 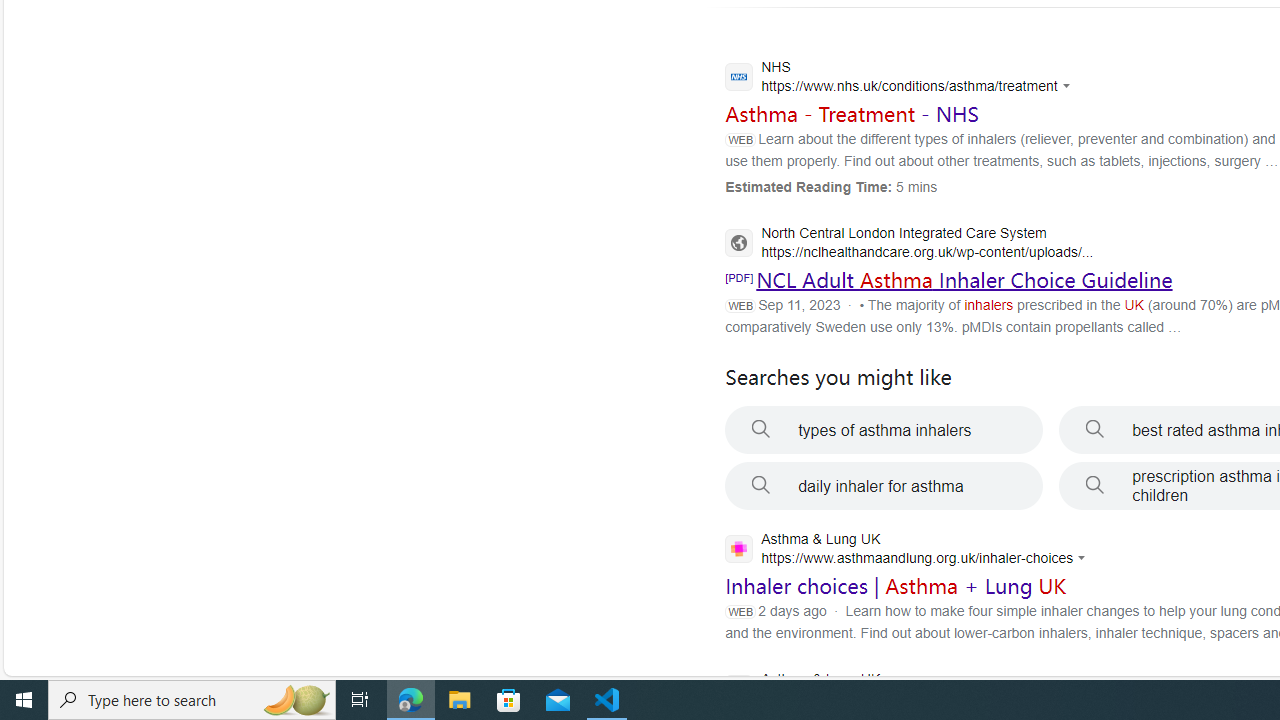 What do you see at coordinates (883, 486) in the screenshot?
I see `'daily inhaler for asthma'` at bounding box center [883, 486].